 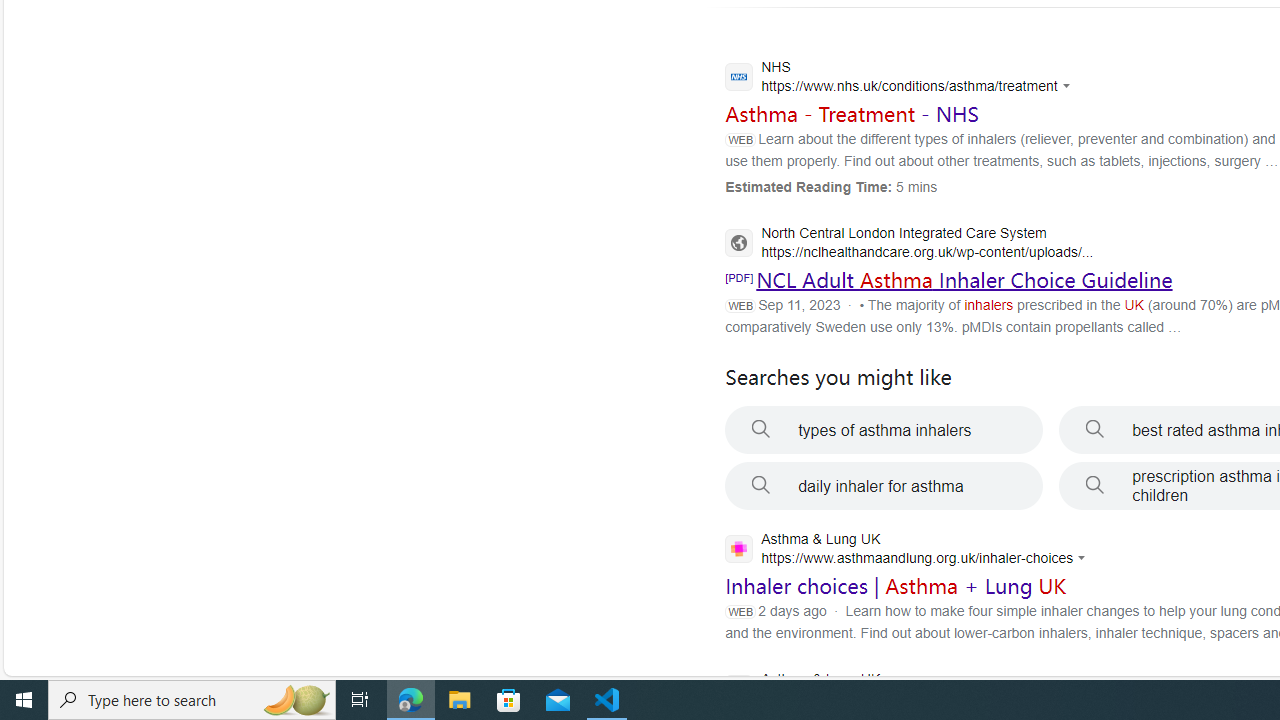 What do you see at coordinates (883, 486) in the screenshot?
I see `'daily inhaler for asthma'` at bounding box center [883, 486].